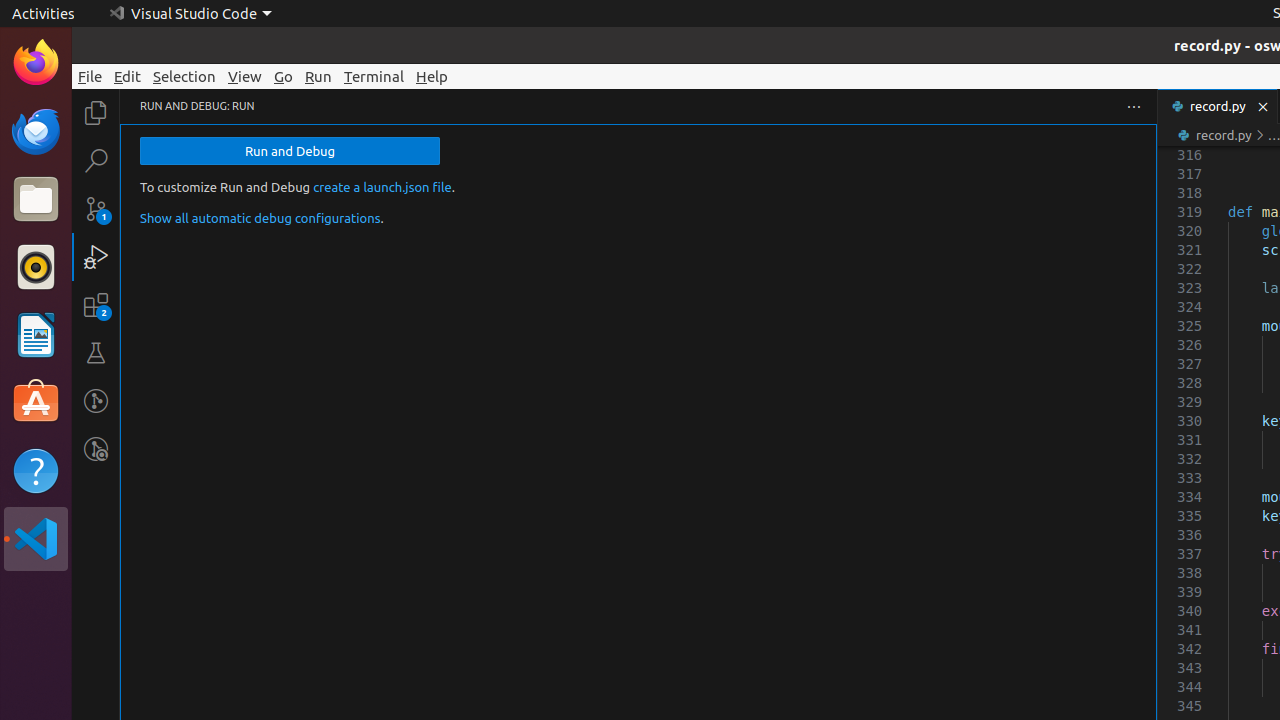 Image resolution: width=1280 pixels, height=720 pixels. Describe the element at coordinates (95, 255) in the screenshot. I see `'Run and Debug (Ctrl+Shift+D)'` at that location.